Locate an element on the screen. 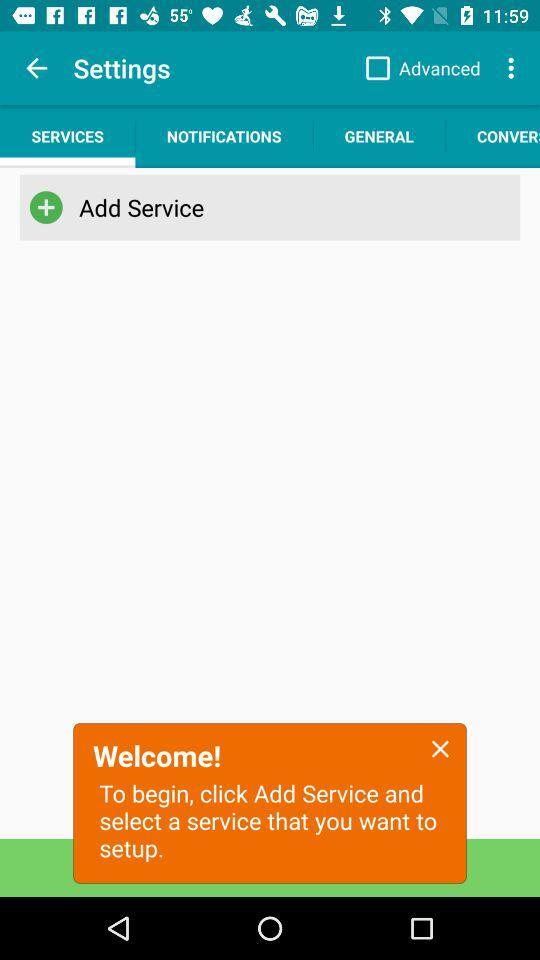 This screenshot has width=540, height=960. the close button is located at coordinates (440, 747).